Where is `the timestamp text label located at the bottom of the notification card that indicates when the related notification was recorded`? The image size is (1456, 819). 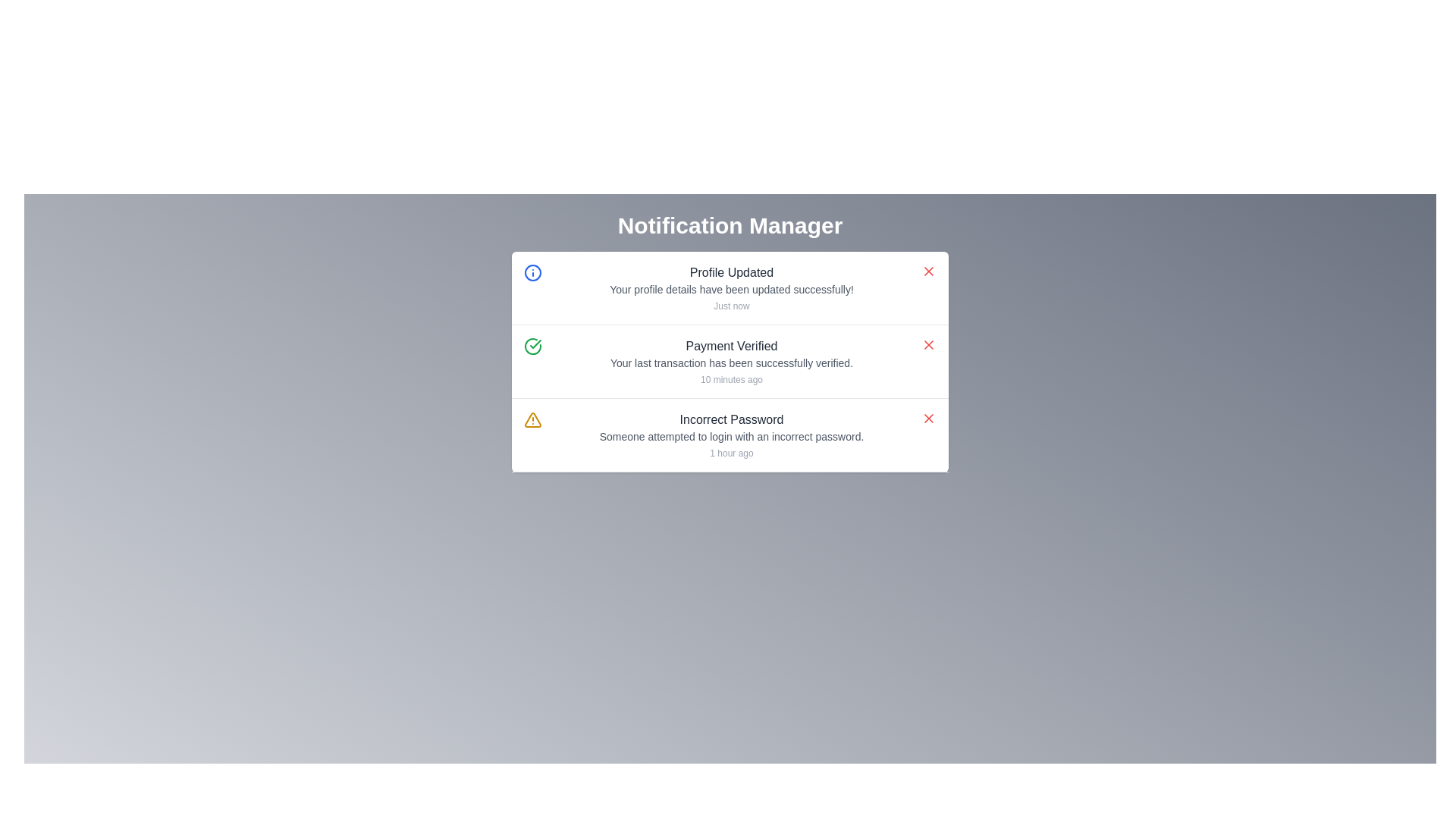
the timestamp text label located at the bottom of the notification card that indicates when the related notification was recorded is located at coordinates (731, 379).